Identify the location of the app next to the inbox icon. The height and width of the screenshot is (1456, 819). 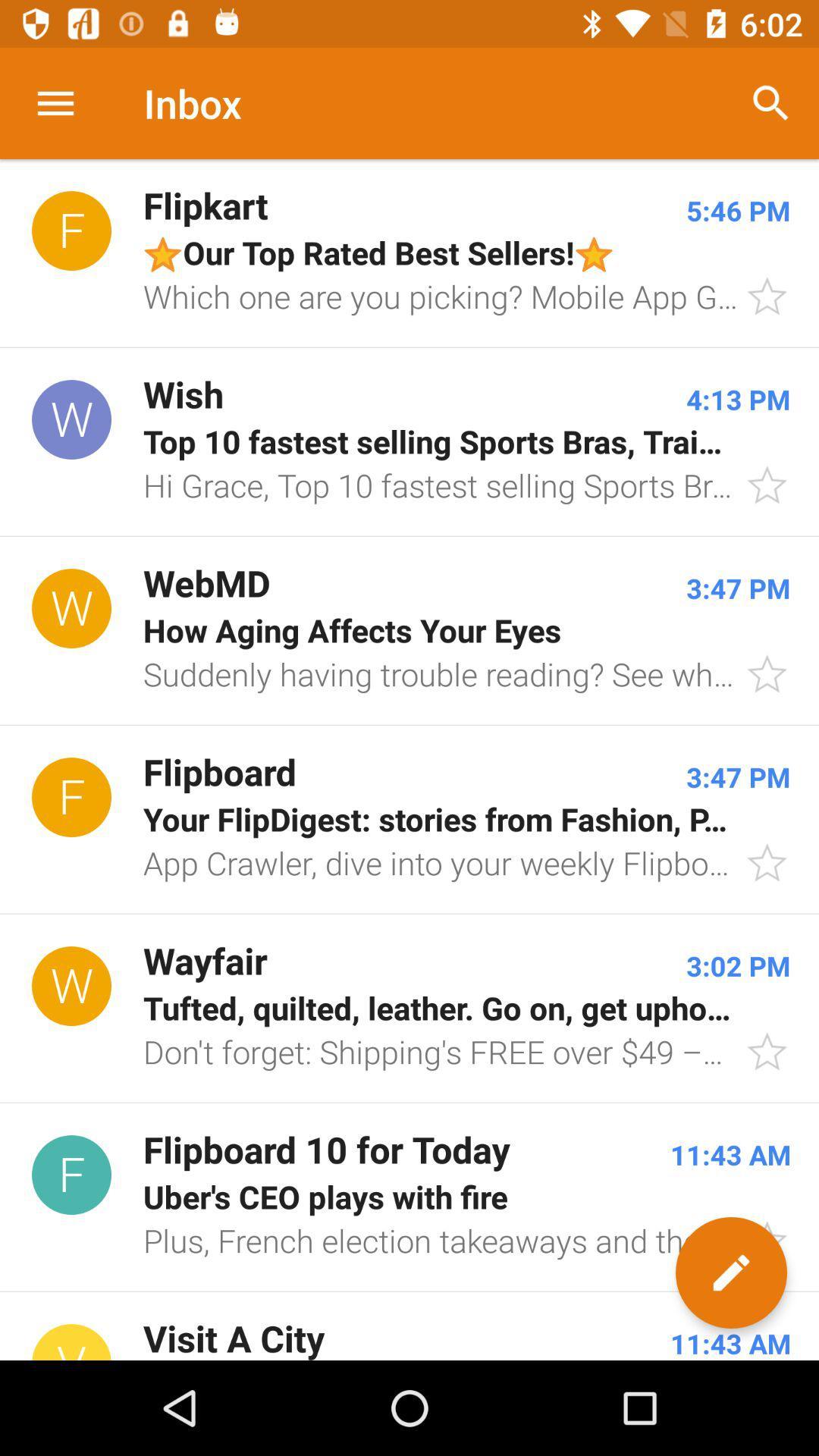
(771, 102).